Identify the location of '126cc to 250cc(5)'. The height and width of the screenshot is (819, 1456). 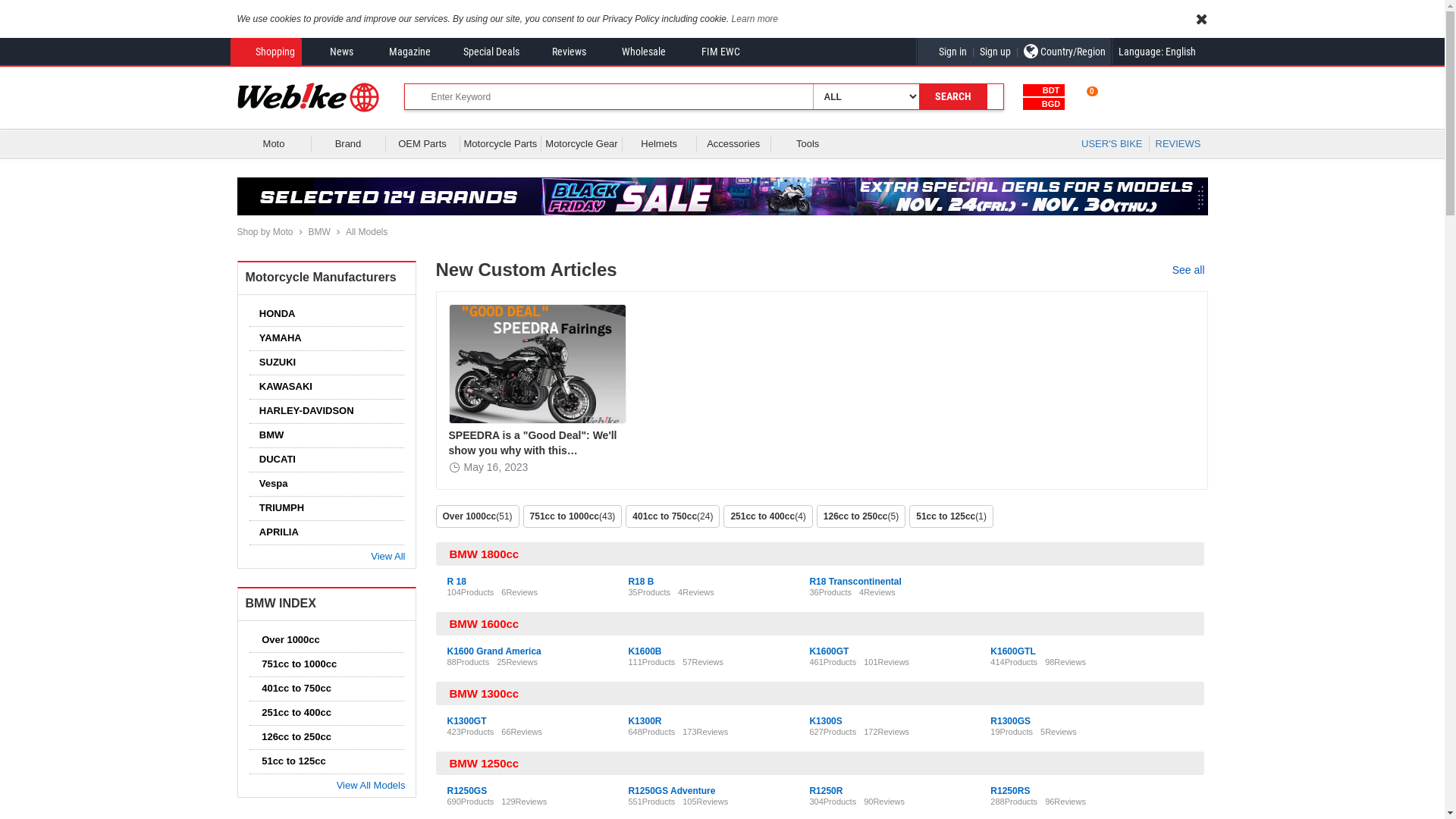
(815, 516).